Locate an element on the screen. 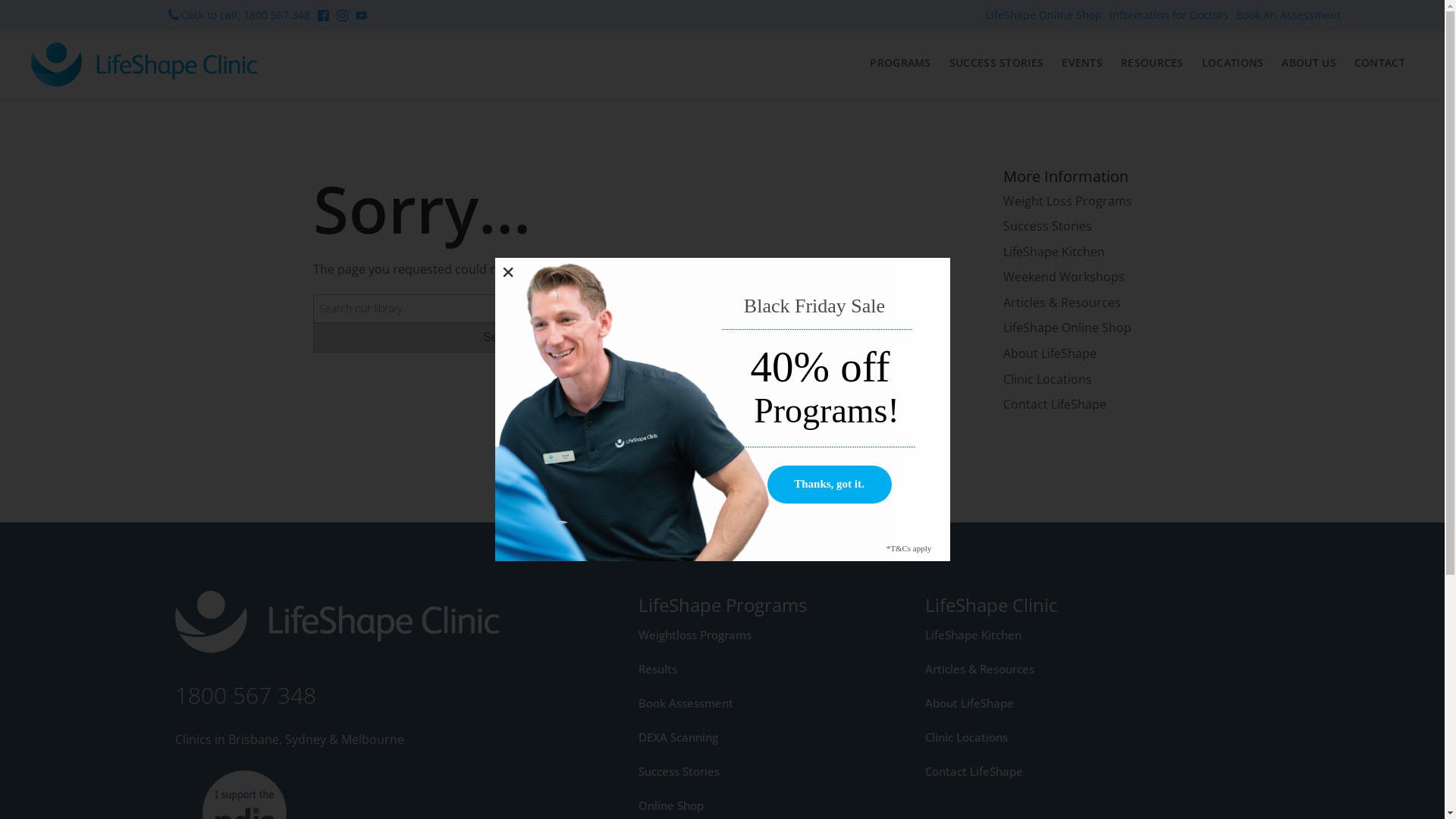  'Weekend Workshops' is located at coordinates (1002, 278).